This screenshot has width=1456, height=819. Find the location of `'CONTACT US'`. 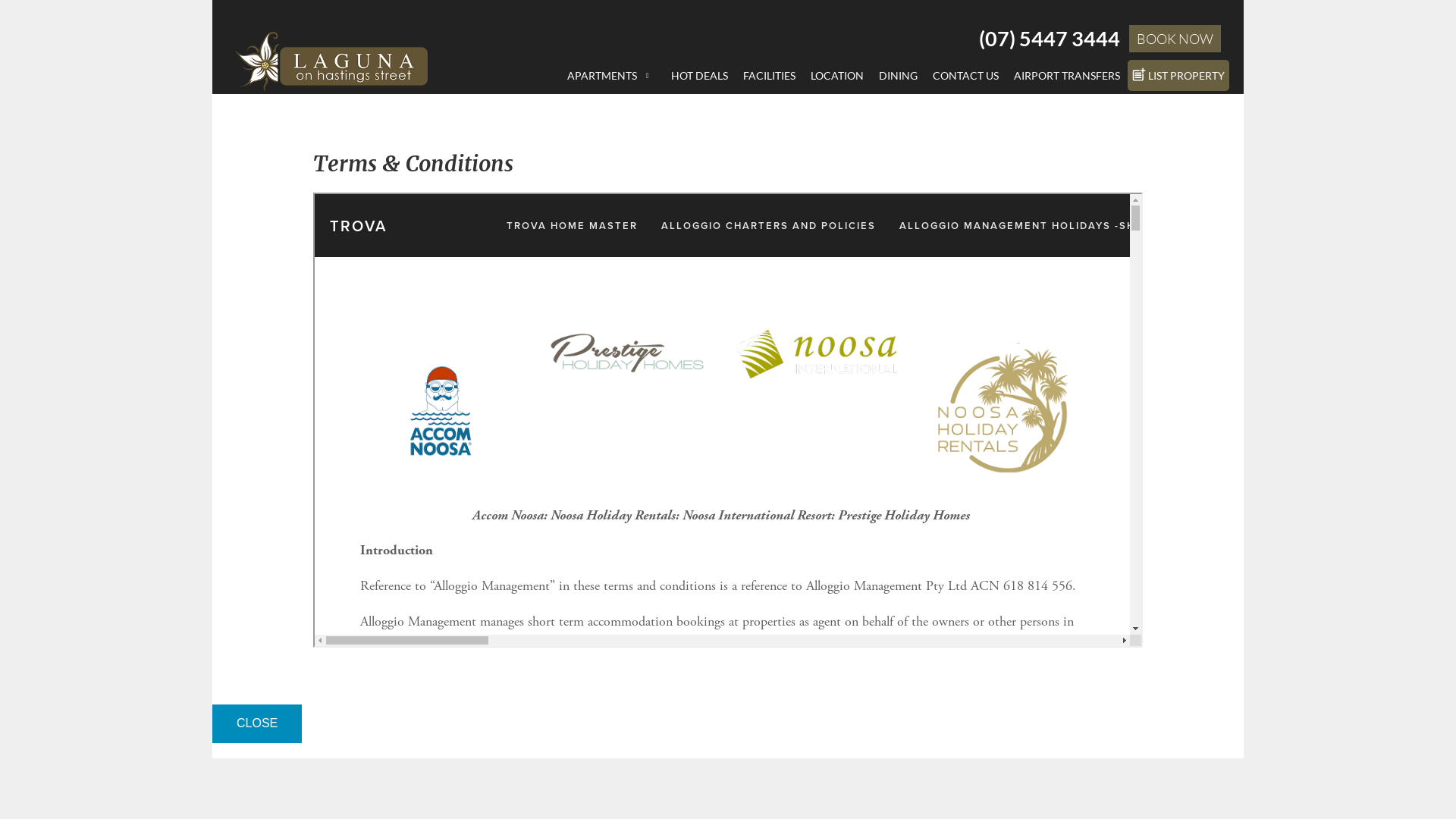

'CONTACT US' is located at coordinates (965, 75).